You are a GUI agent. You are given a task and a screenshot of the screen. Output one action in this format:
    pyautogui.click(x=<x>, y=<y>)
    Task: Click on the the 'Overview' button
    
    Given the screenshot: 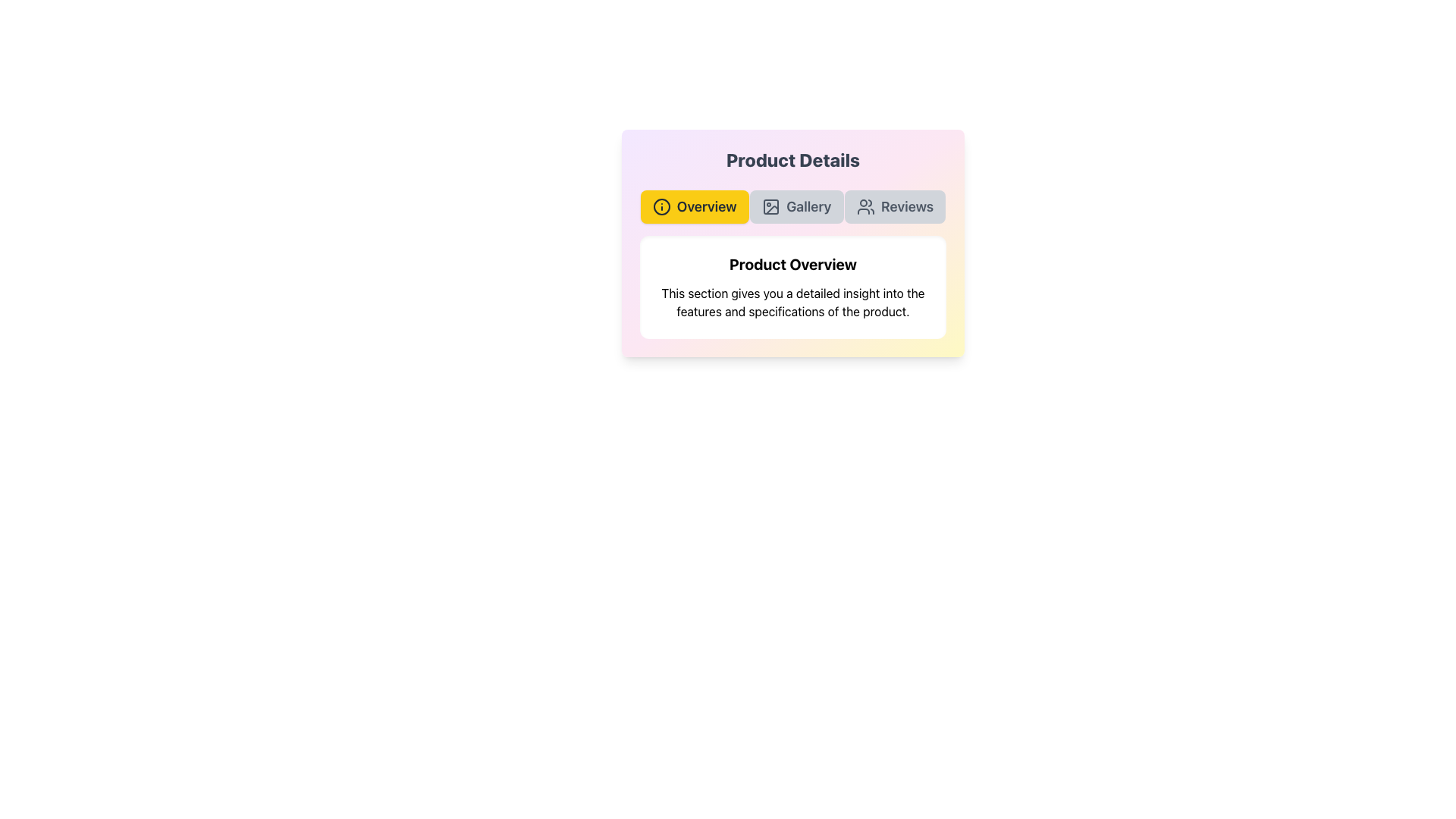 What is the action you would take?
    pyautogui.click(x=694, y=207)
    